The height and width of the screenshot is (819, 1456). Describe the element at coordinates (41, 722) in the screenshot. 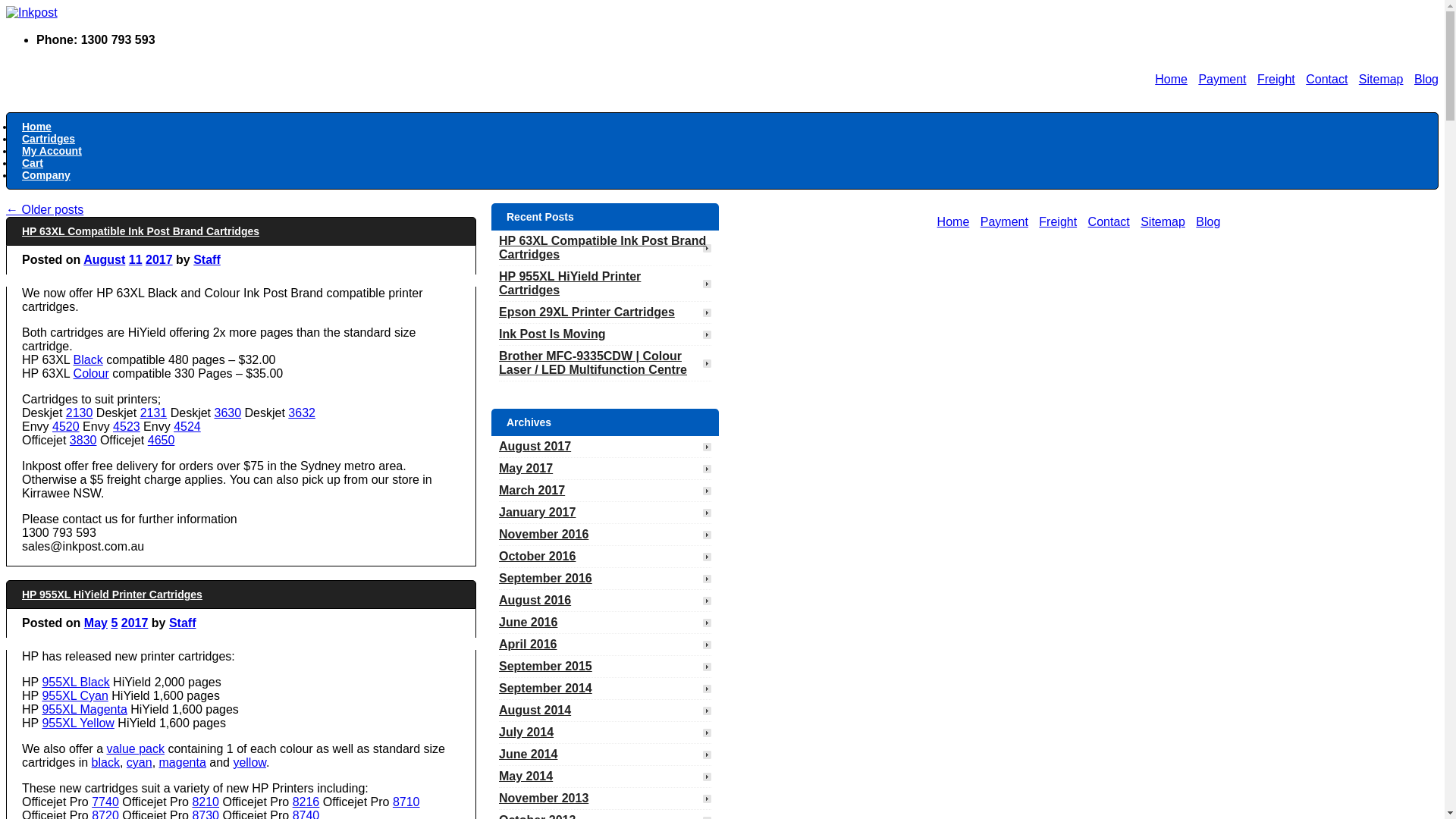

I see `'955XL Yellow'` at that location.